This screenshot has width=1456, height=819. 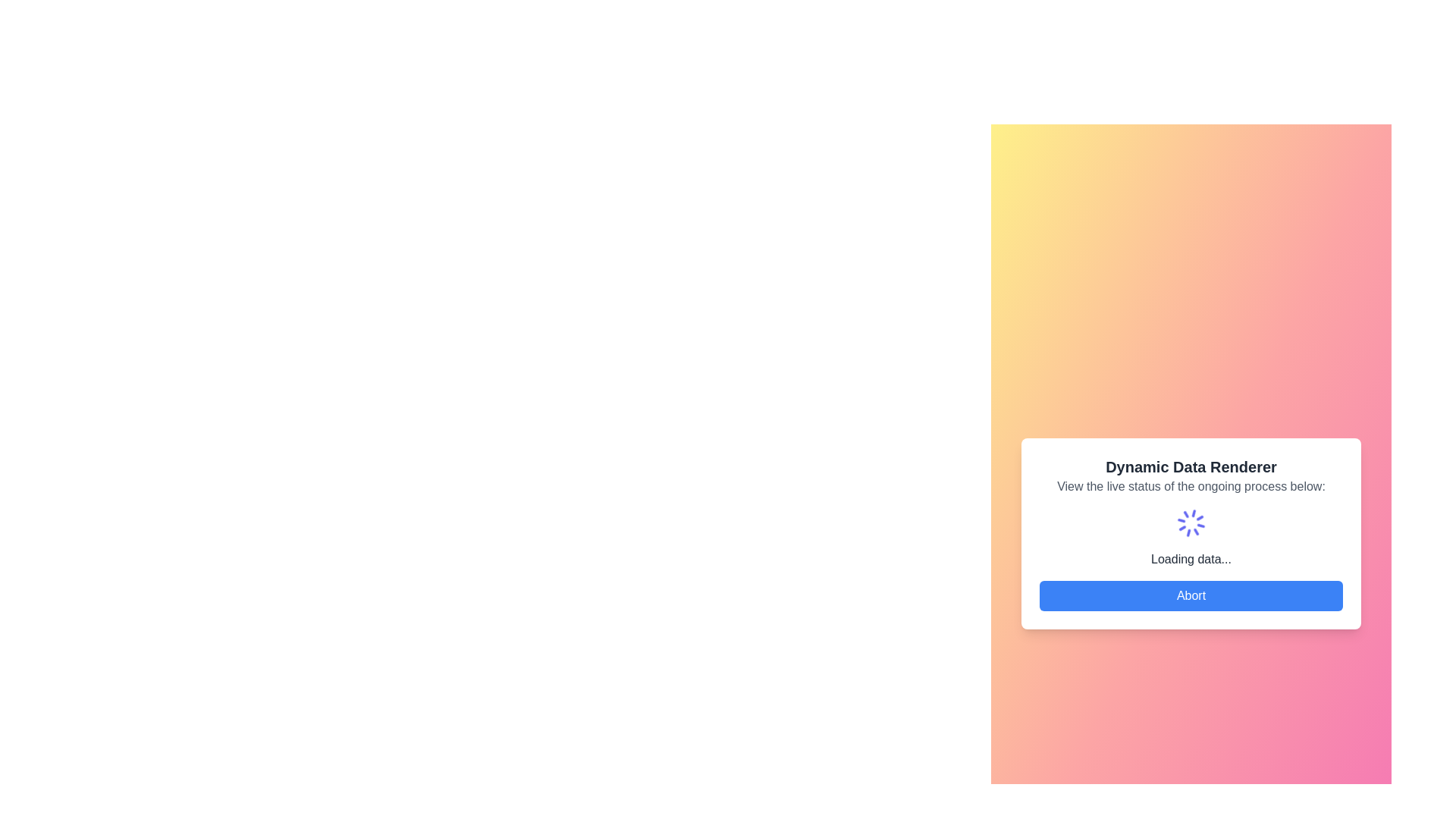 I want to click on the Text element that displays the header 'Dynamic Data Renderer' and the instruction 'View the live status of the ongoing process below:', so click(x=1190, y=475).